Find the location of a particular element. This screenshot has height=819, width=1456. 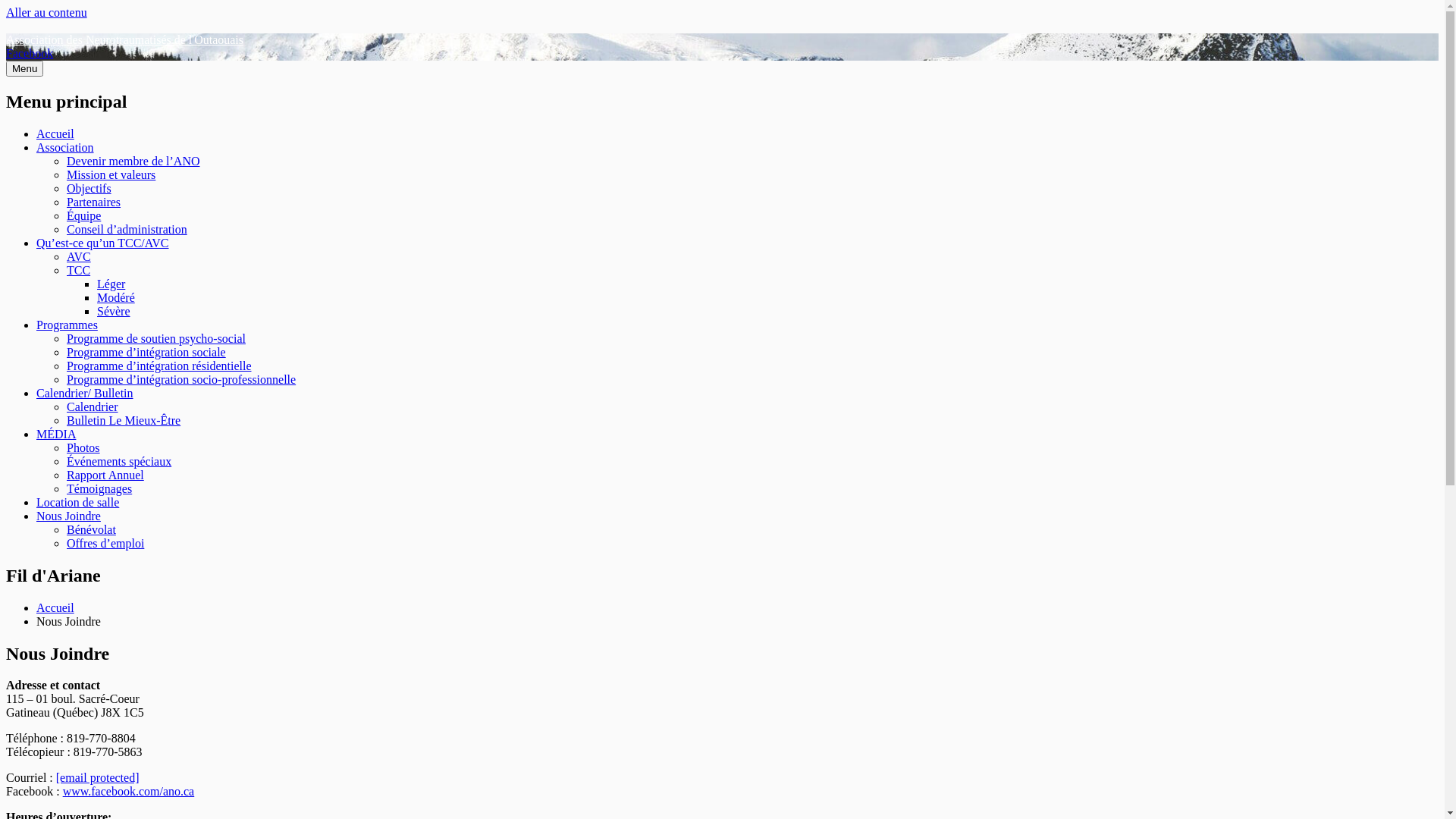

'Programmes' is located at coordinates (66, 324).